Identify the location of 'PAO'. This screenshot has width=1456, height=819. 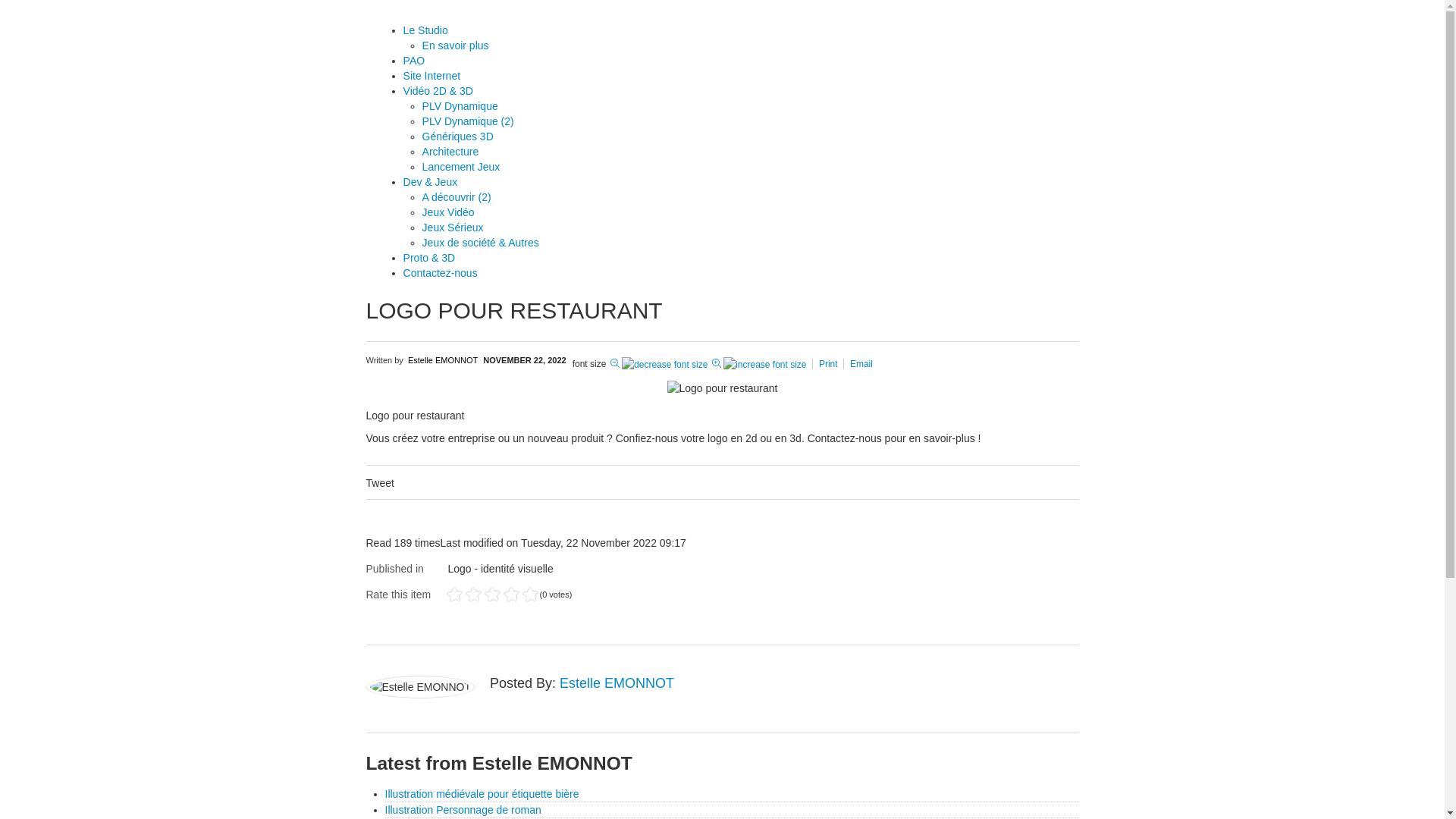
(414, 60).